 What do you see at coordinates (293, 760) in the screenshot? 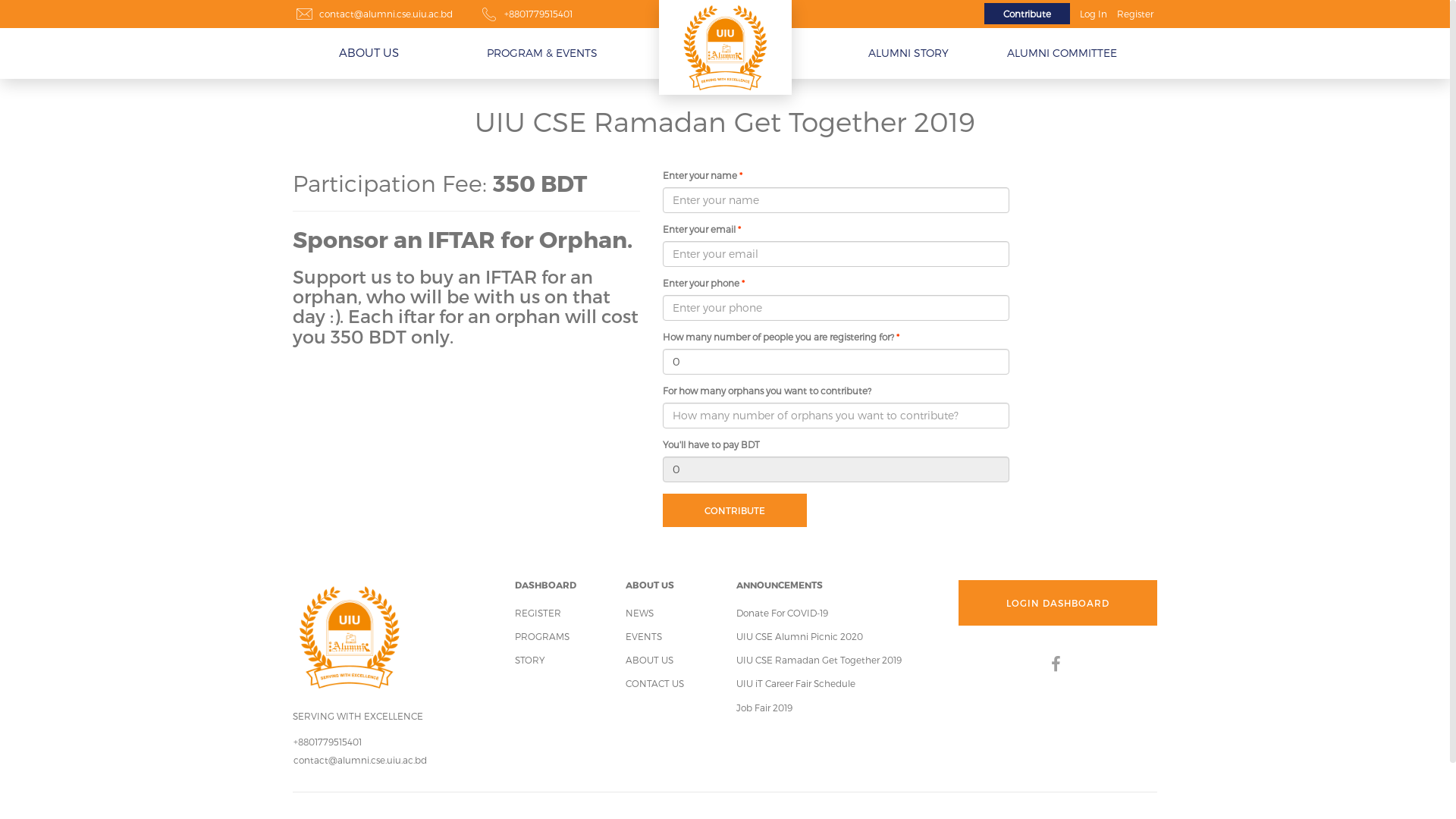
I see `'contact@alumni.cse.uiu.ac.bd'` at bounding box center [293, 760].